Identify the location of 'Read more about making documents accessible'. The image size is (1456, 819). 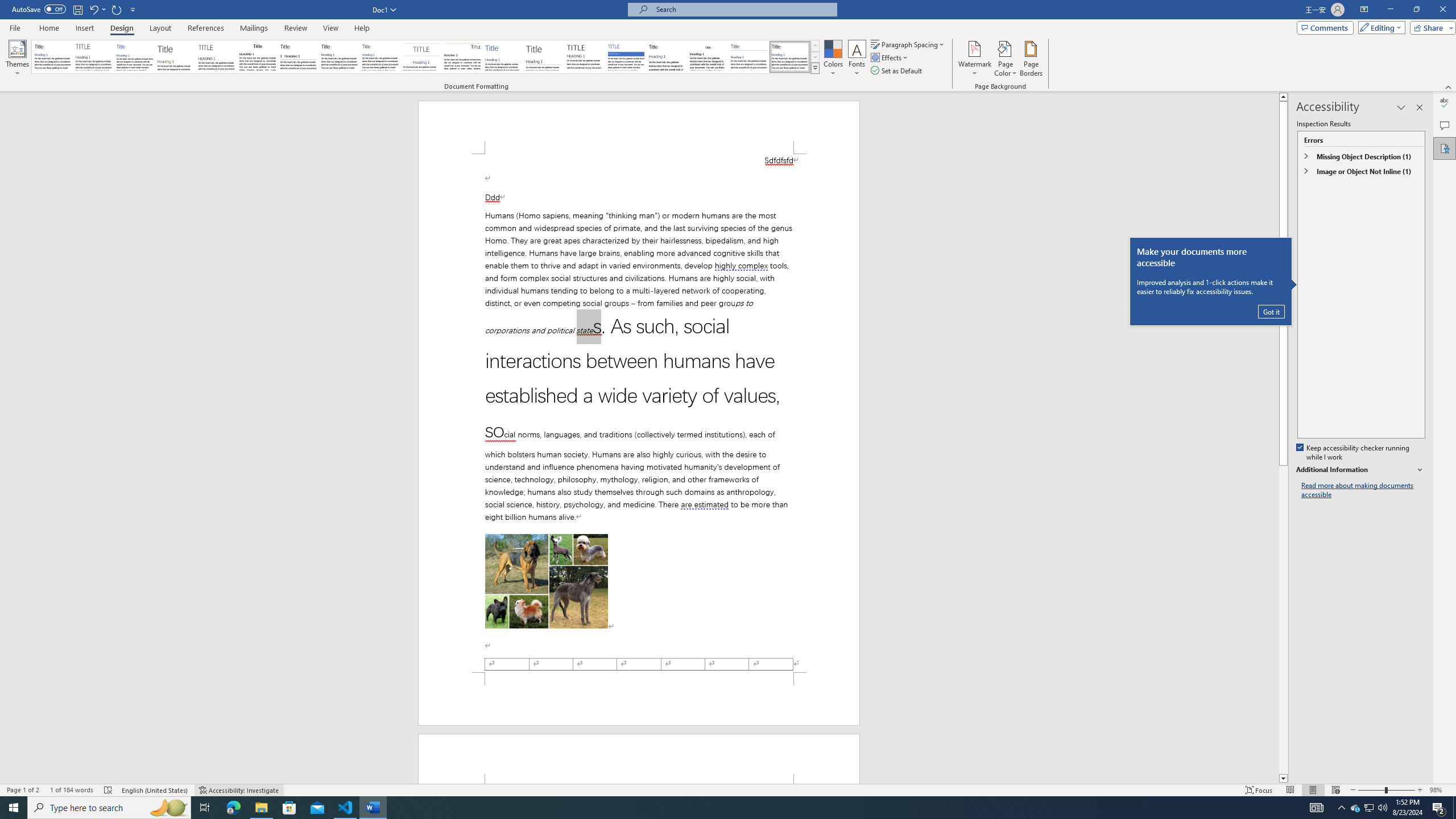
(1363, 490).